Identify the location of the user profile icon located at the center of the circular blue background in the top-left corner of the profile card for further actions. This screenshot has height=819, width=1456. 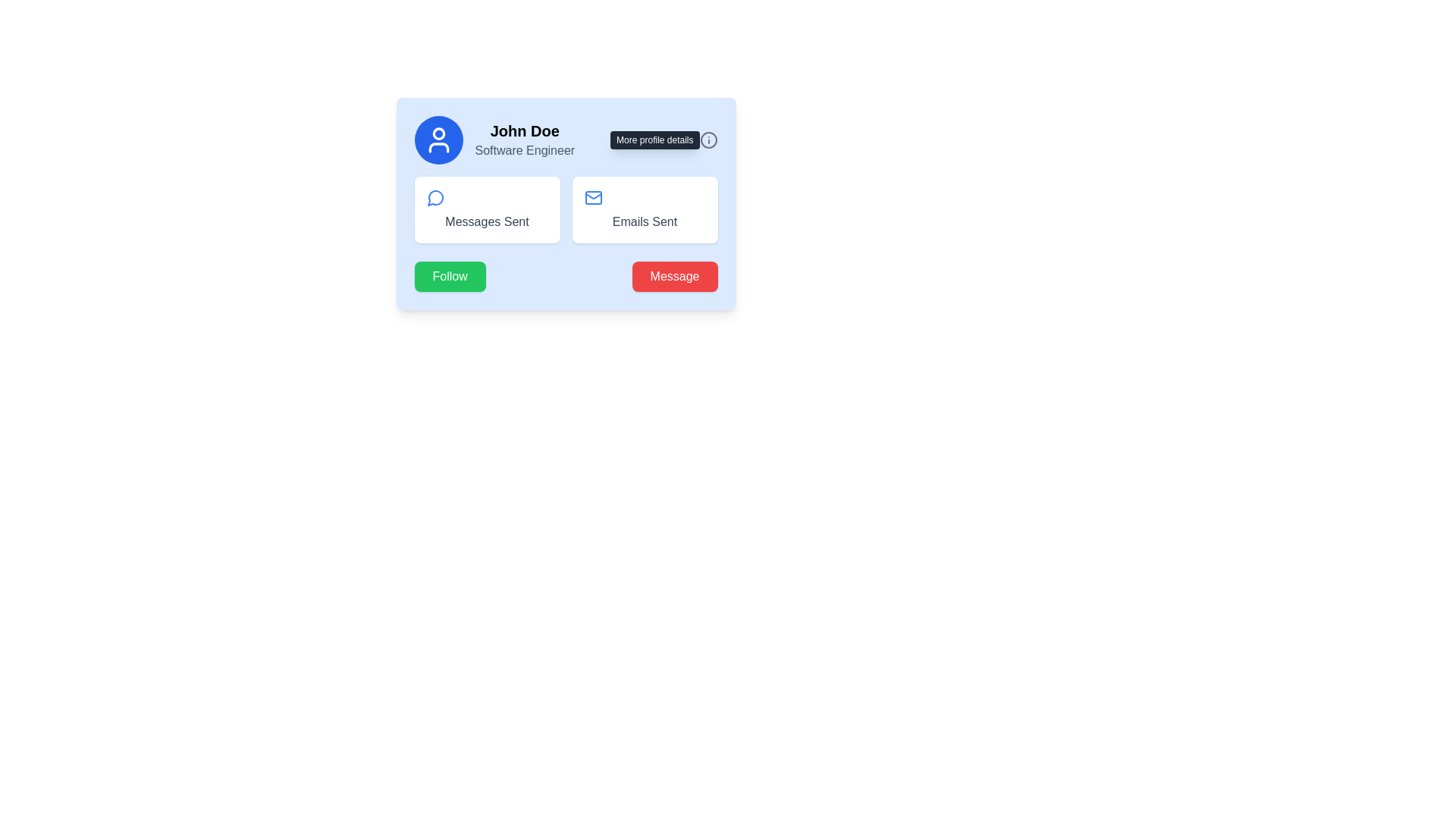
(438, 140).